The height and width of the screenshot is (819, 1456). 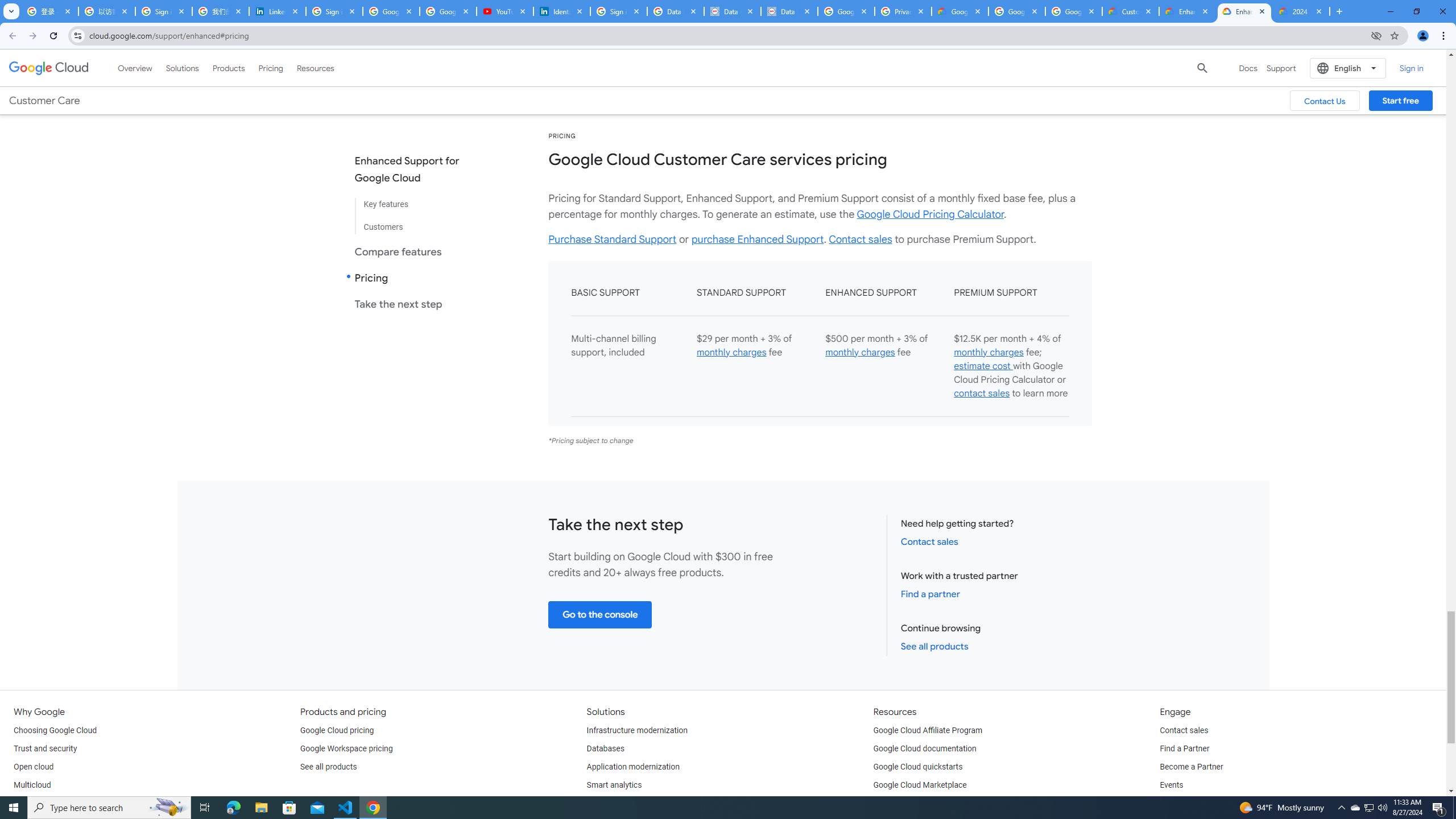 I want to click on 'Smart analytics', so click(x=614, y=784).